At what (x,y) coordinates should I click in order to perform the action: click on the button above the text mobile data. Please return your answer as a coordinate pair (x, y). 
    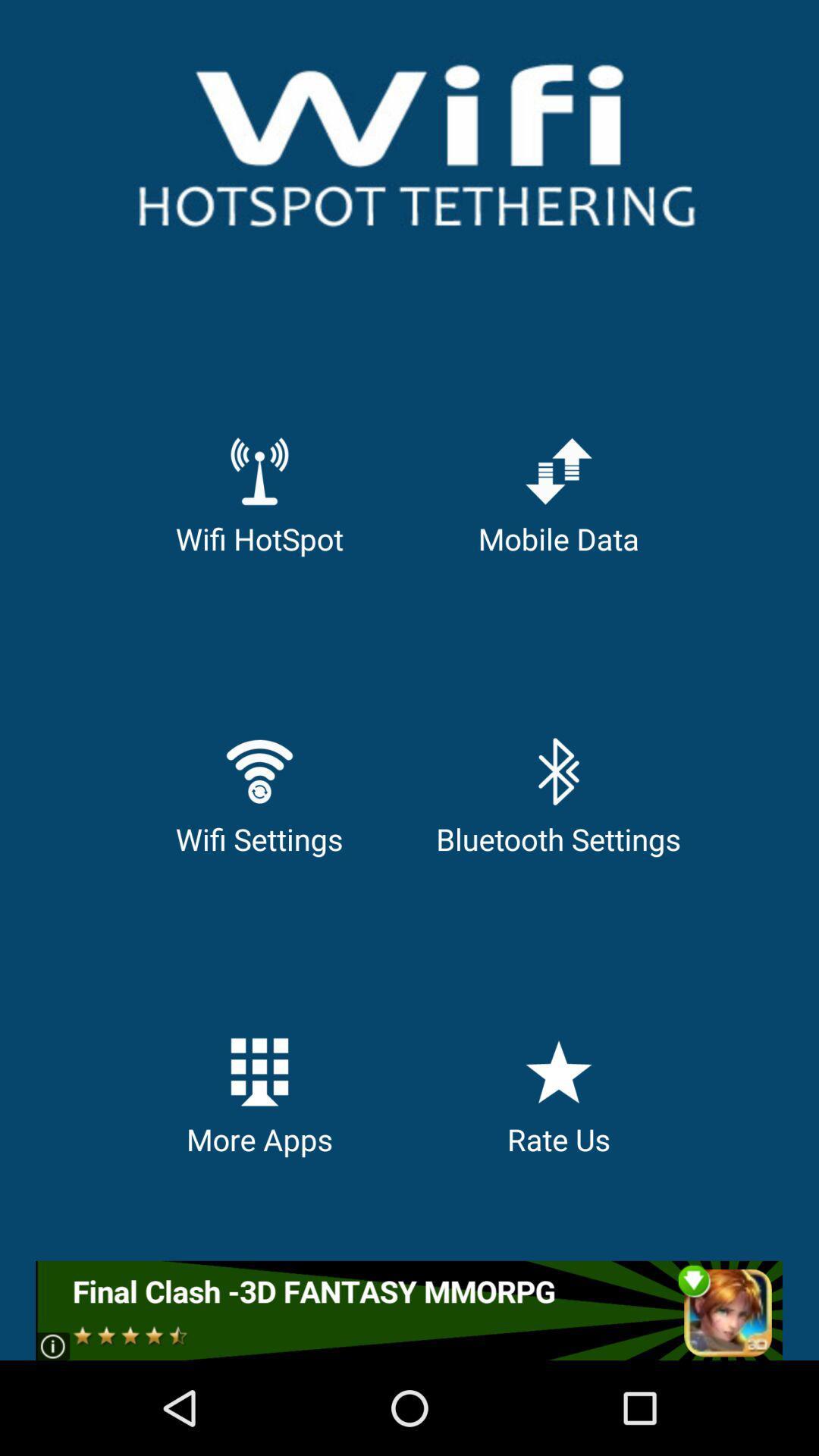
    Looking at the image, I should click on (558, 469).